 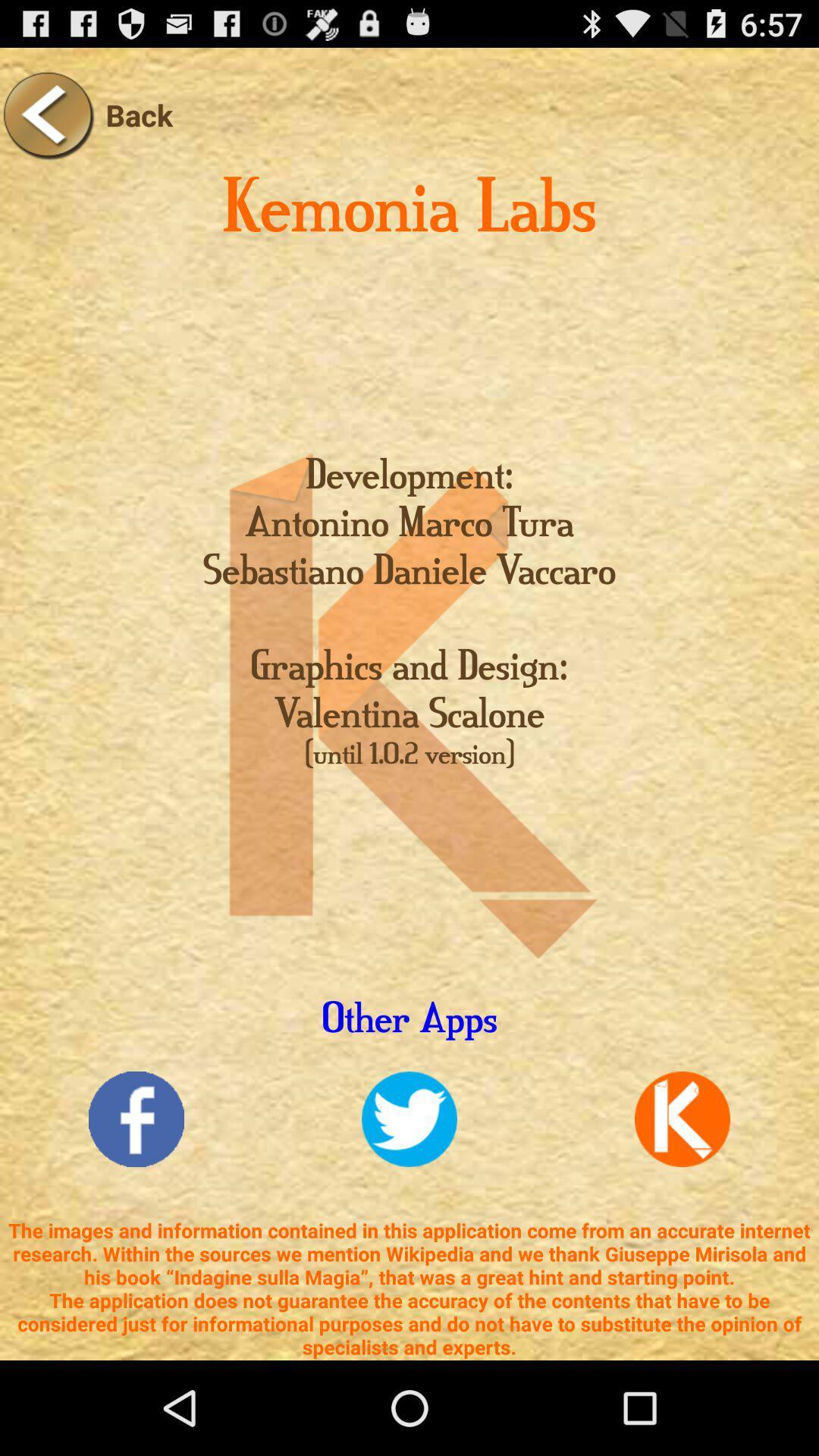 I want to click on switch to facebook option, so click(x=136, y=1119).